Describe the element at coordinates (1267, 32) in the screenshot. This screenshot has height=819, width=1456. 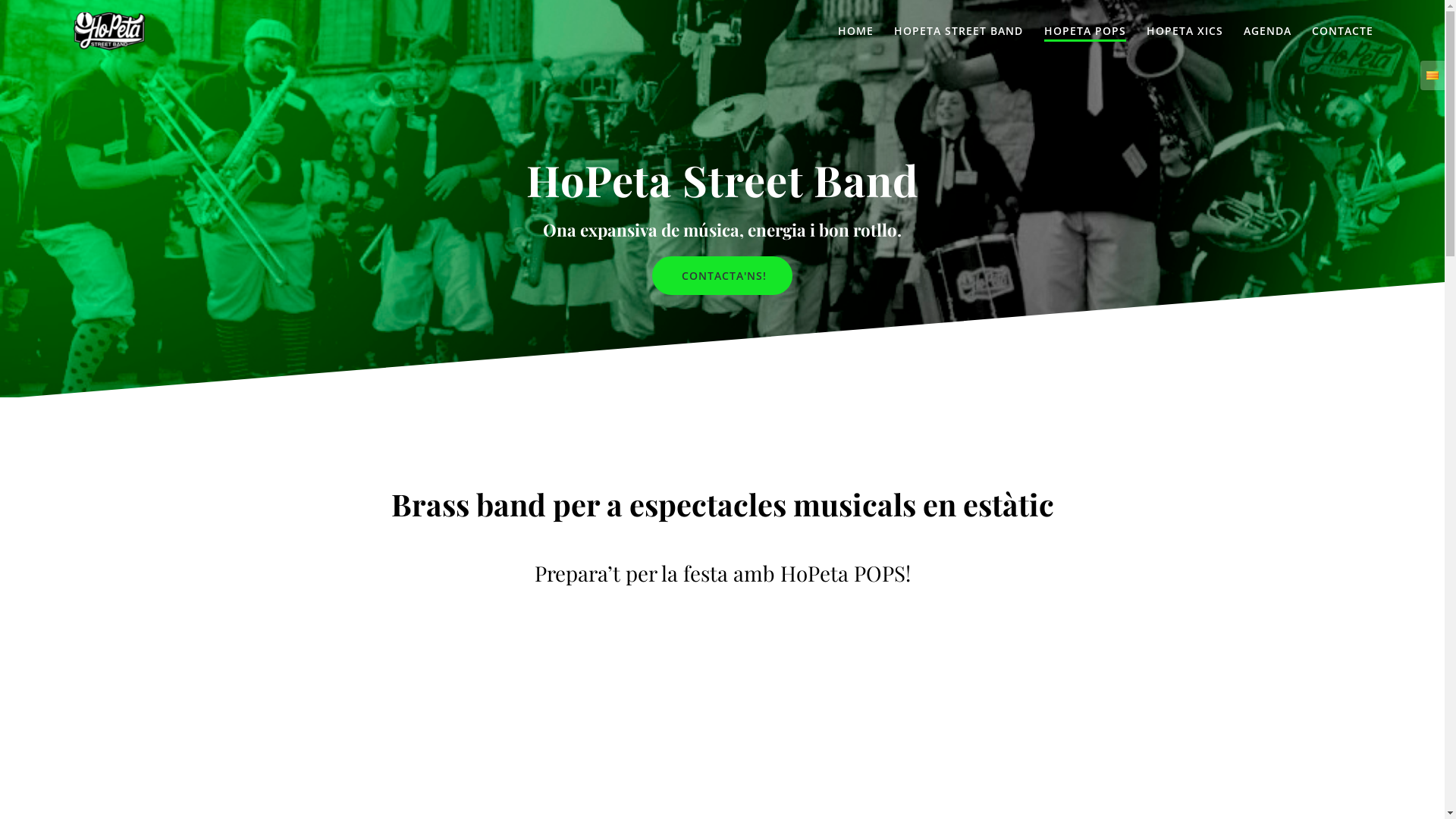
I see `'AGENDA'` at that location.